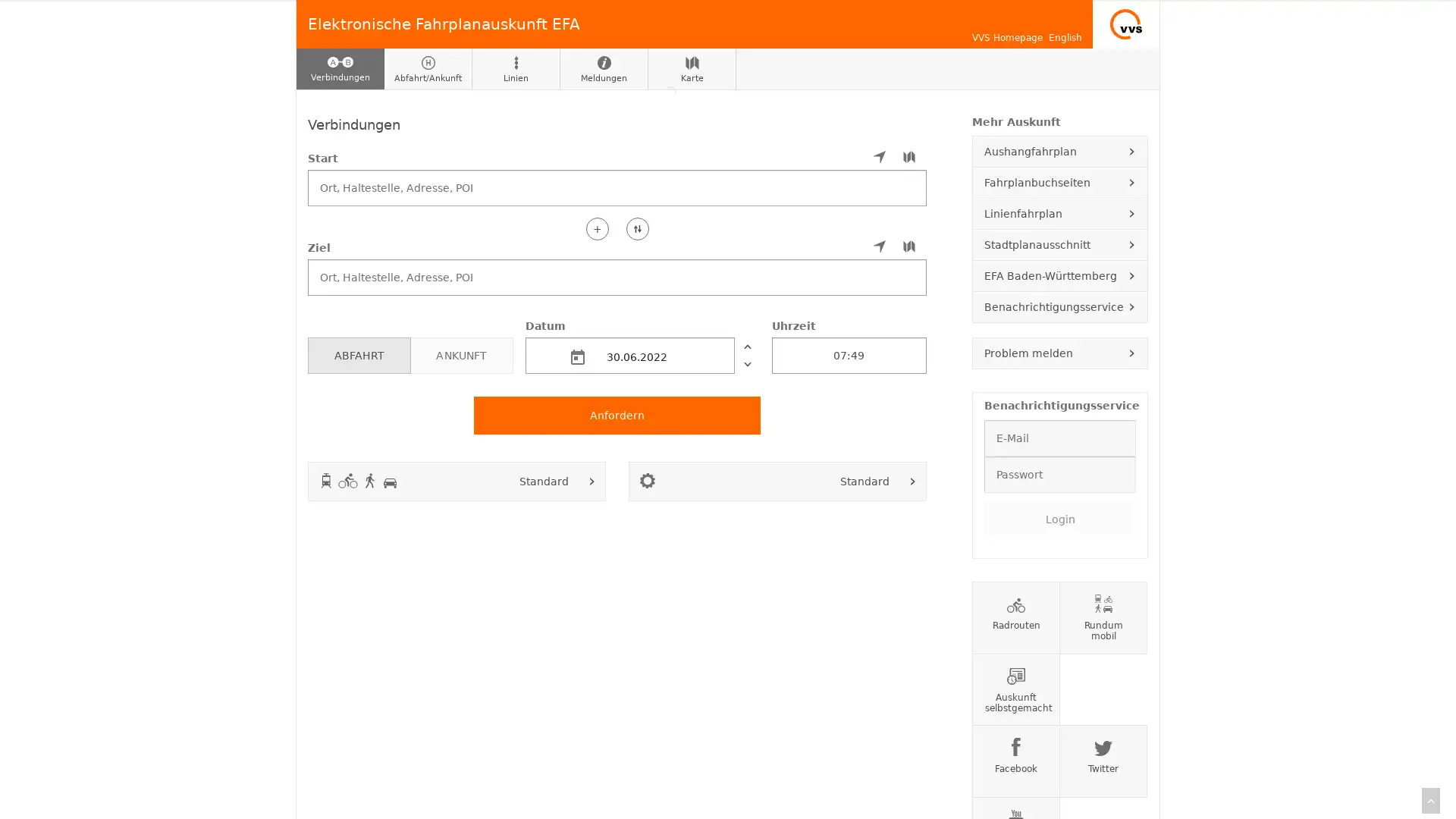 Image resolution: width=1456 pixels, height=819 pixels. I want to click on md-calendar, so click(577, 356).